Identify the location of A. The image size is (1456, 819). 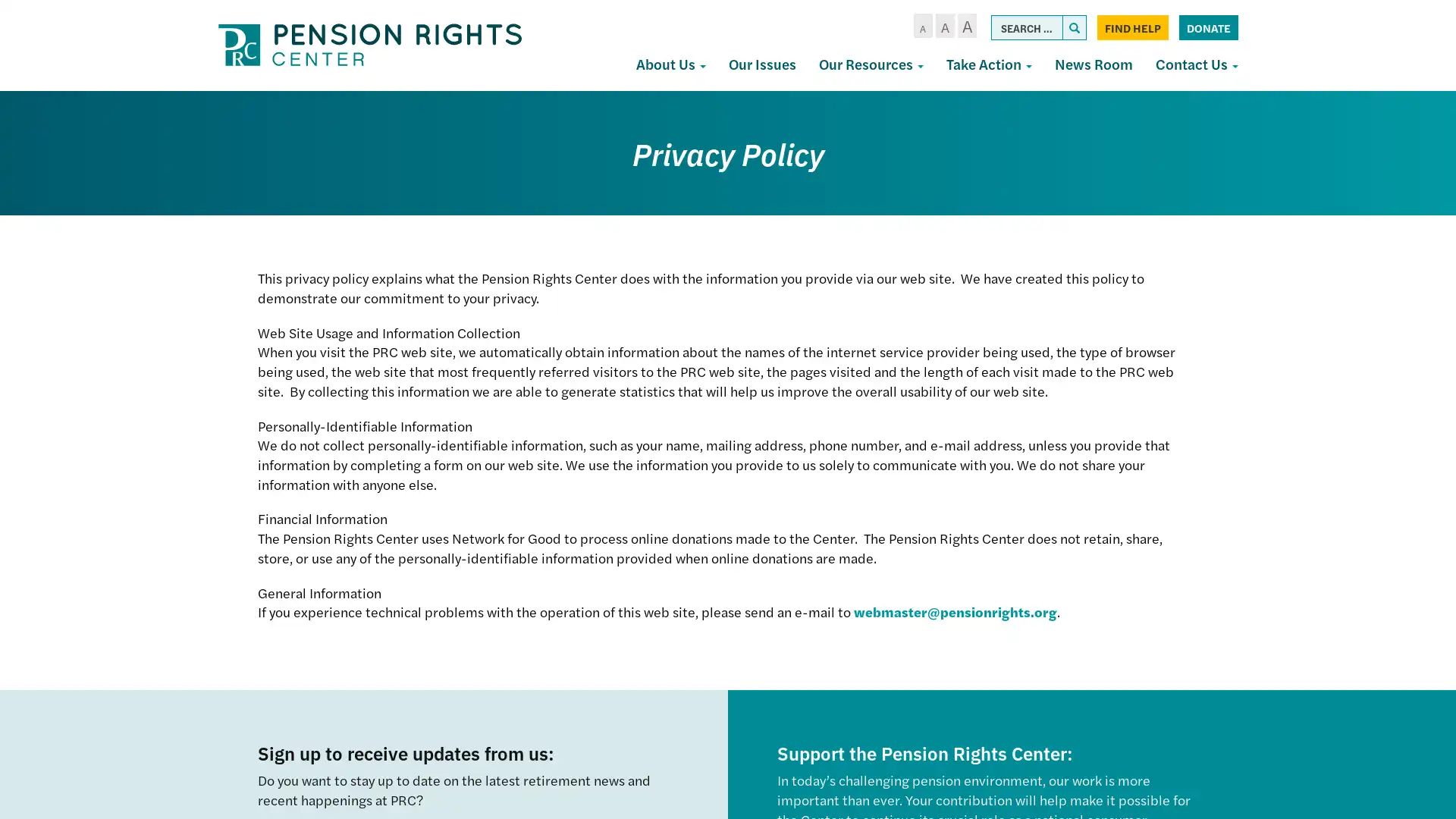
(965, 26).